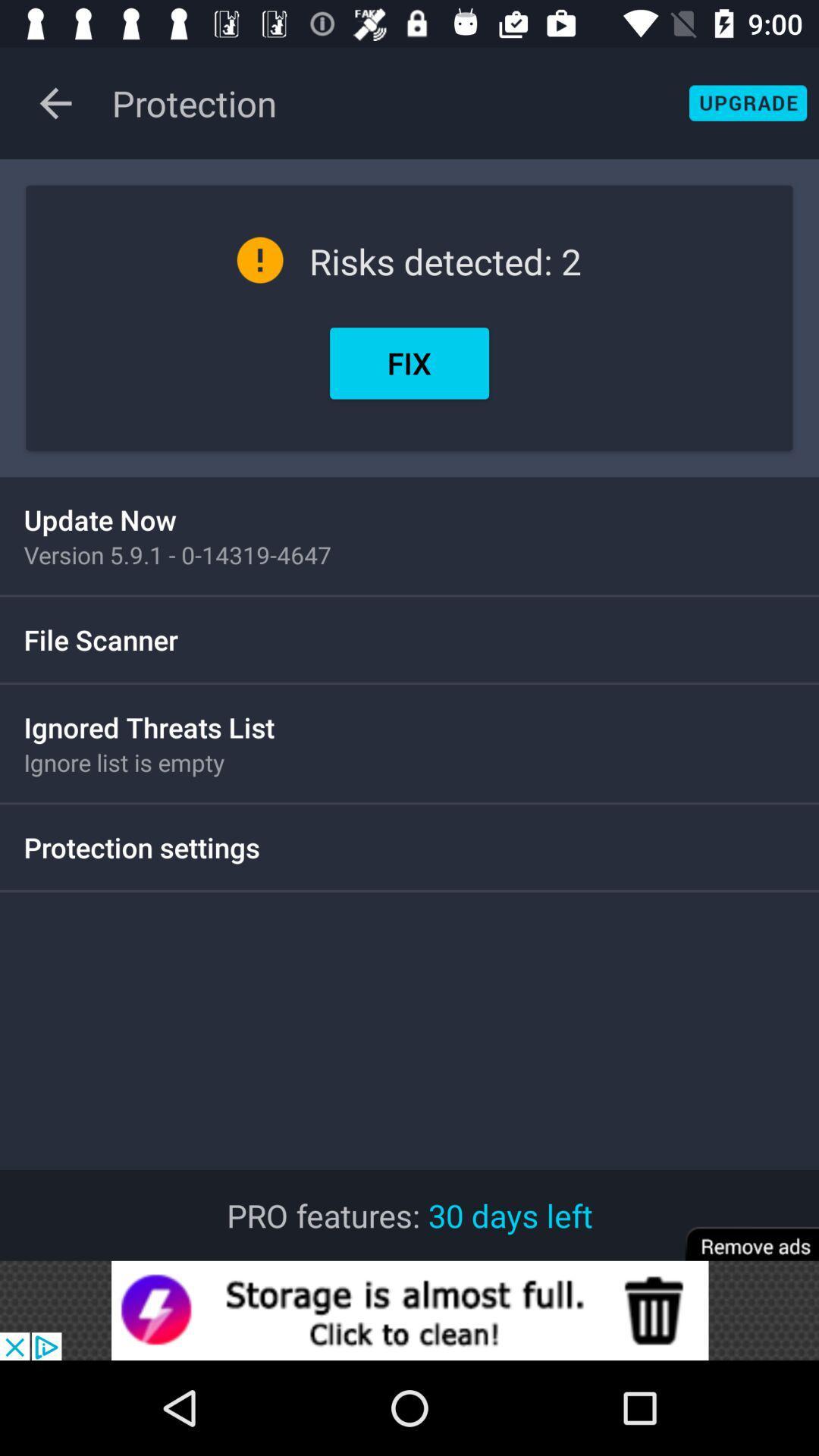 The height and width of the screenshot is (1456, 819). What do you see at coordinates (747, 102) in the screenshot?
I see `upgrade button` at bounding box center [747, 102].